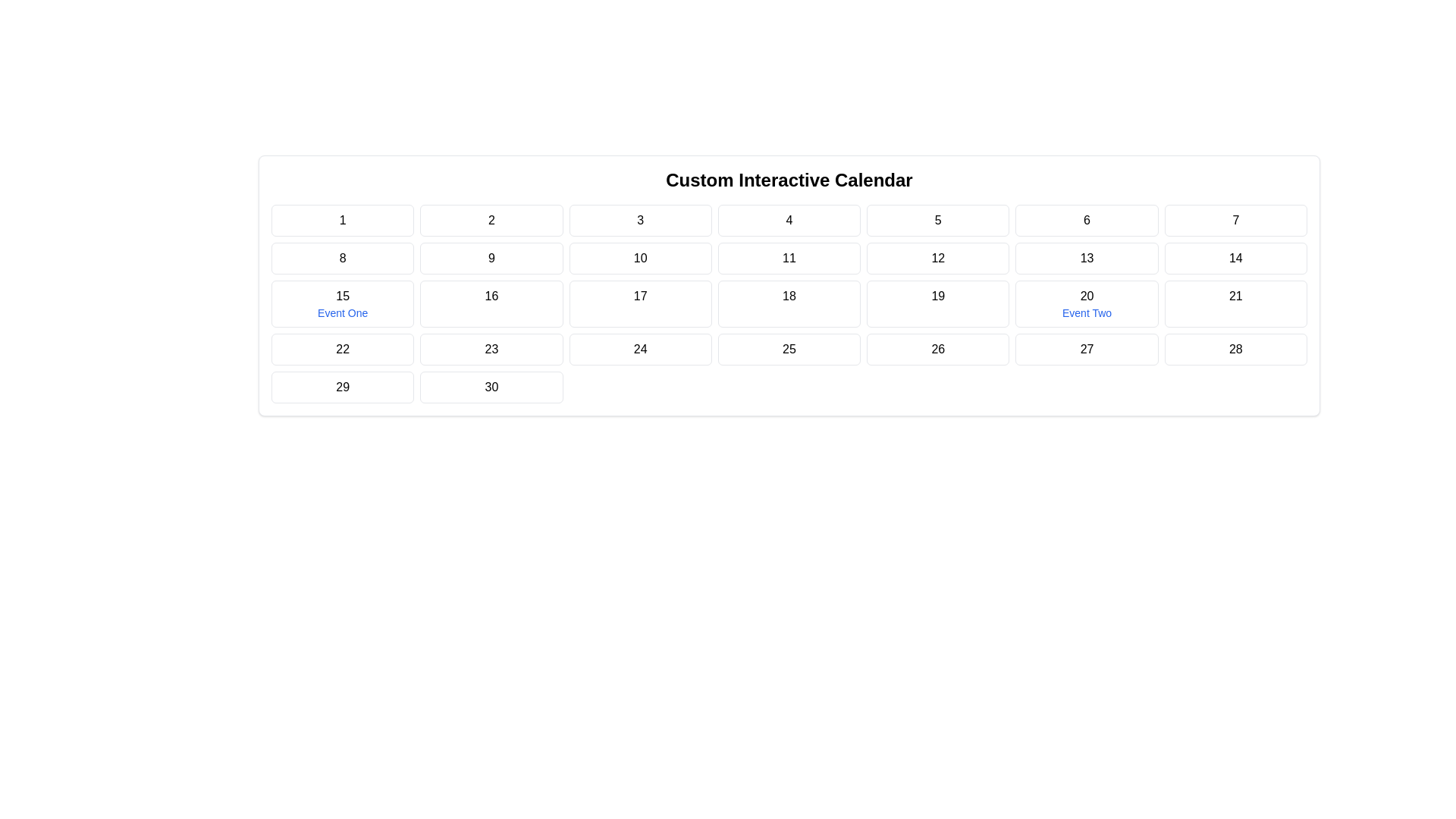  What do you see at coordinates (1086, 312) in the screenshot?
I see `text content of the label that displays 'Event Two', which is styled in a small blue font and is located inside the box labeled '20' in the calendar interface` at bounding box center [1086, 312].